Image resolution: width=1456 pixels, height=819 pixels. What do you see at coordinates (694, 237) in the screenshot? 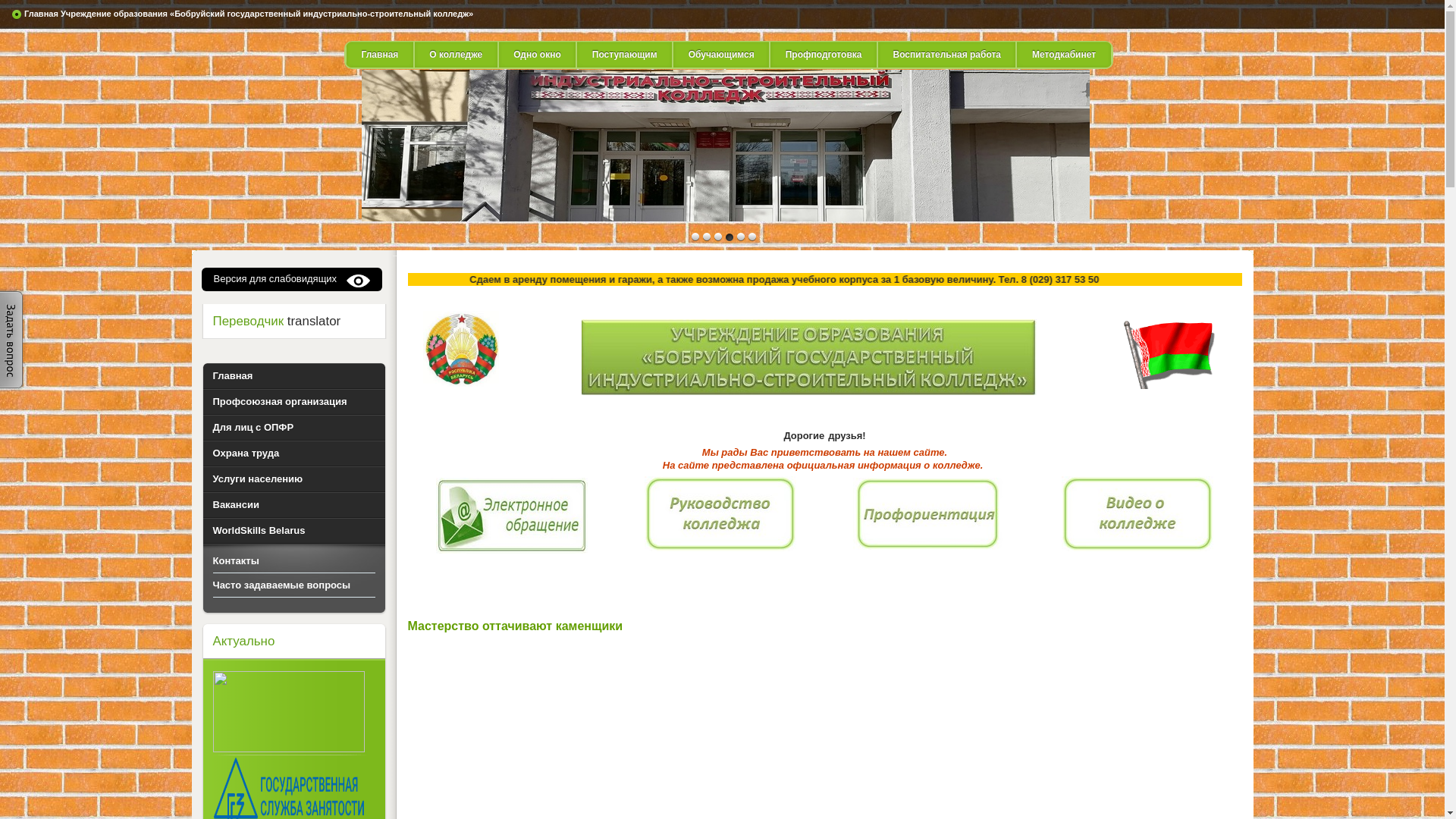
I see `'0'` at bounding box center [694, 237].